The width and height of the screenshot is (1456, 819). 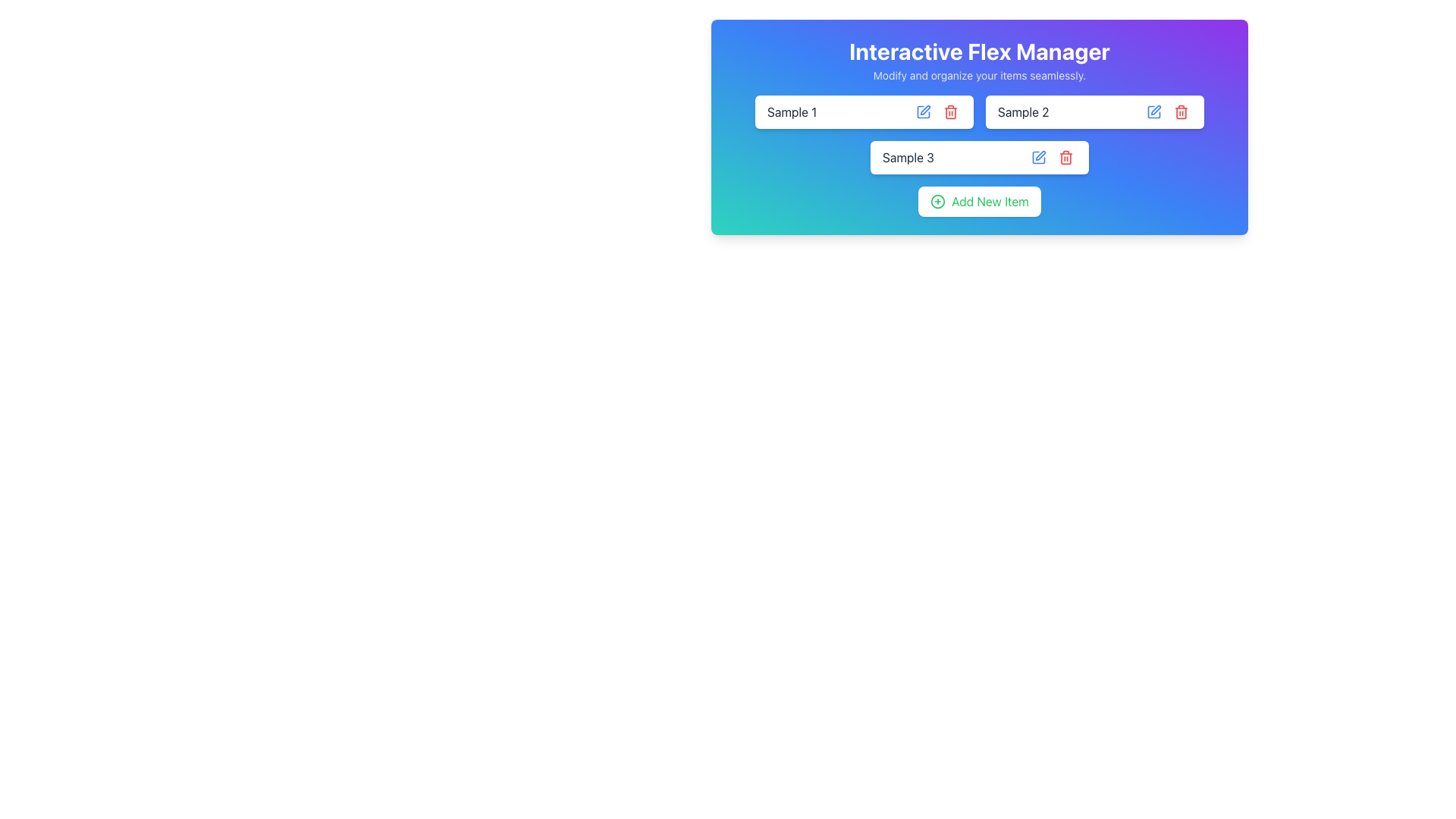 What do you see at coordinates (979, 51) in the screenshot?
I see `the text label that reads 'Interactive Flex Manager', which is prominently styled in bold, large white sans-serif font and positioned at the top center of the interface` at bounding box center [979, 51].